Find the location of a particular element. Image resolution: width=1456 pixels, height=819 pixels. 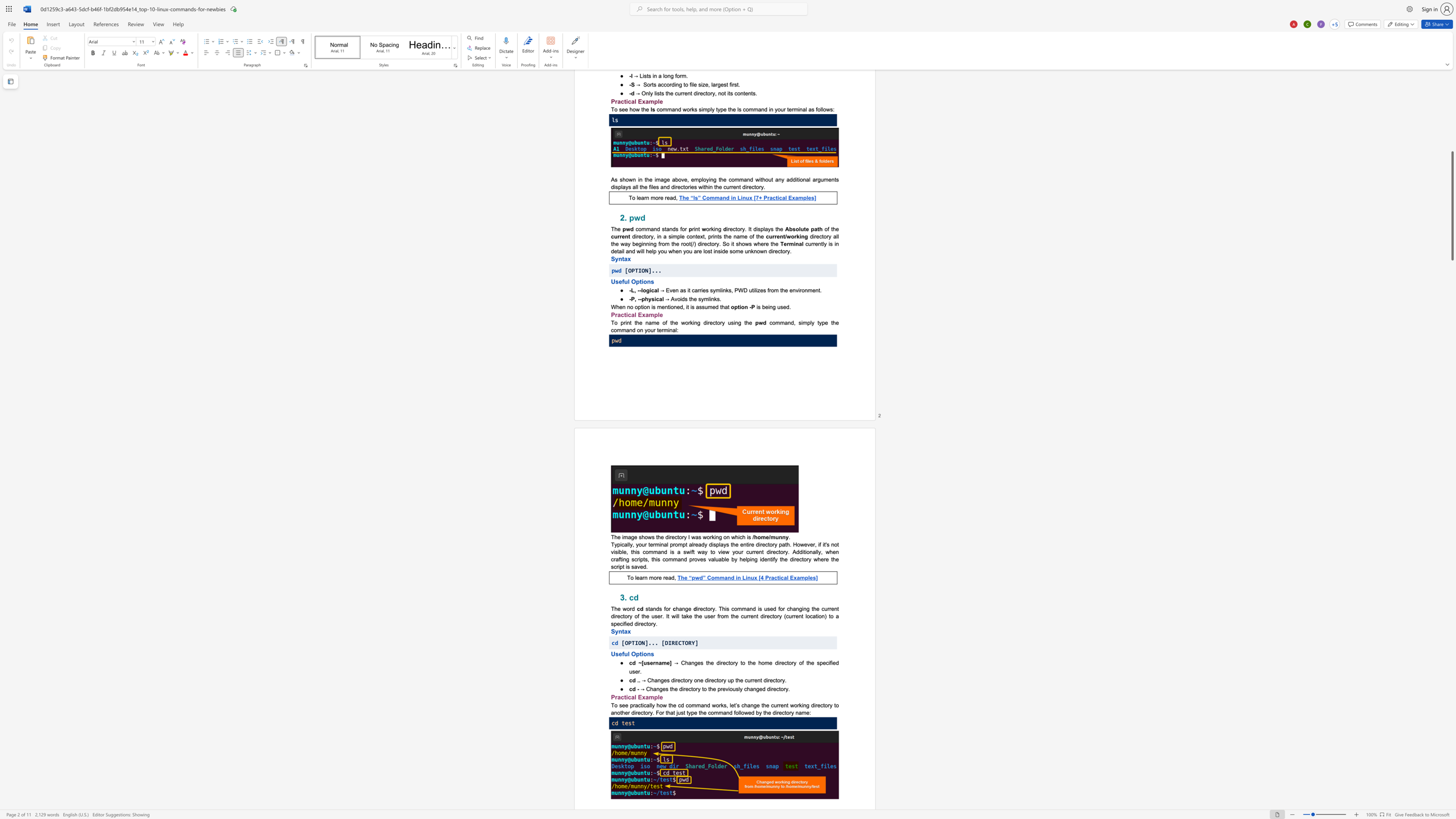

the scrollbar on the right side to scroll the page up is located at coordinates (1451, 98).